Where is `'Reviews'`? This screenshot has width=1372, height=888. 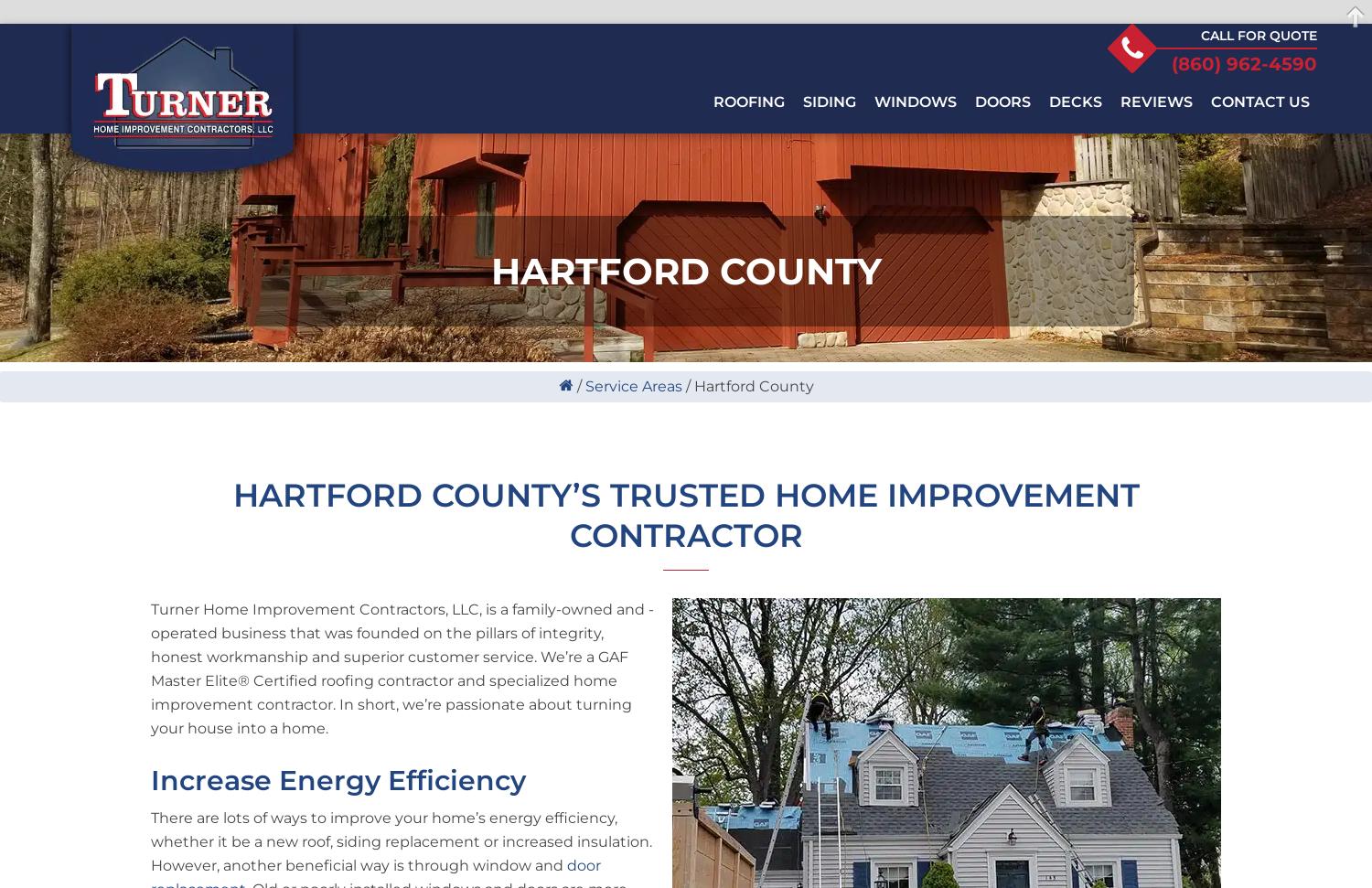
'Reviews' is located at coordinates (1156, 101).